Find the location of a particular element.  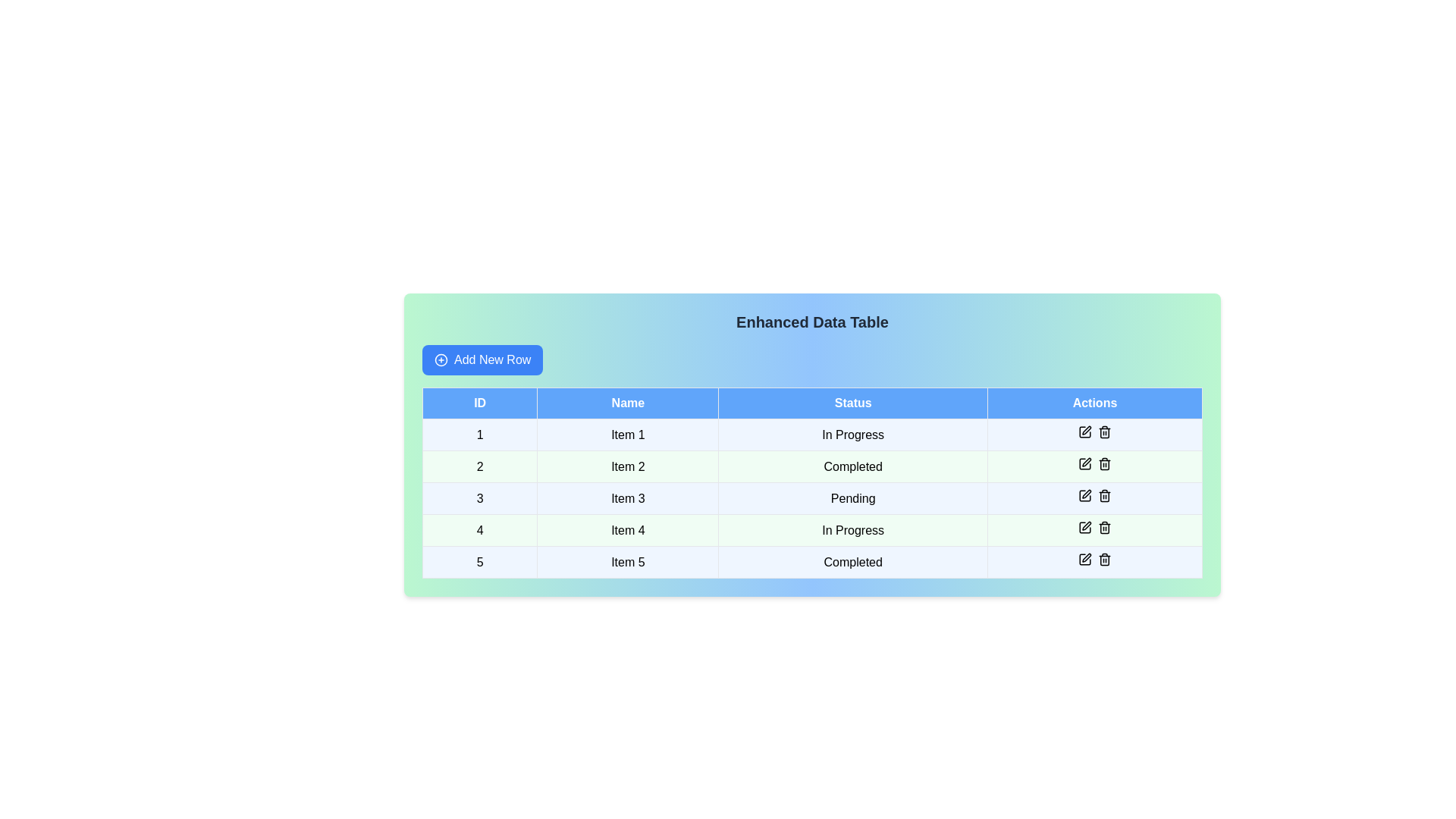

the 'Edit' icon located in the last column of the table under the row labeled 'Item 2' is located at coordinates (1086, 461).